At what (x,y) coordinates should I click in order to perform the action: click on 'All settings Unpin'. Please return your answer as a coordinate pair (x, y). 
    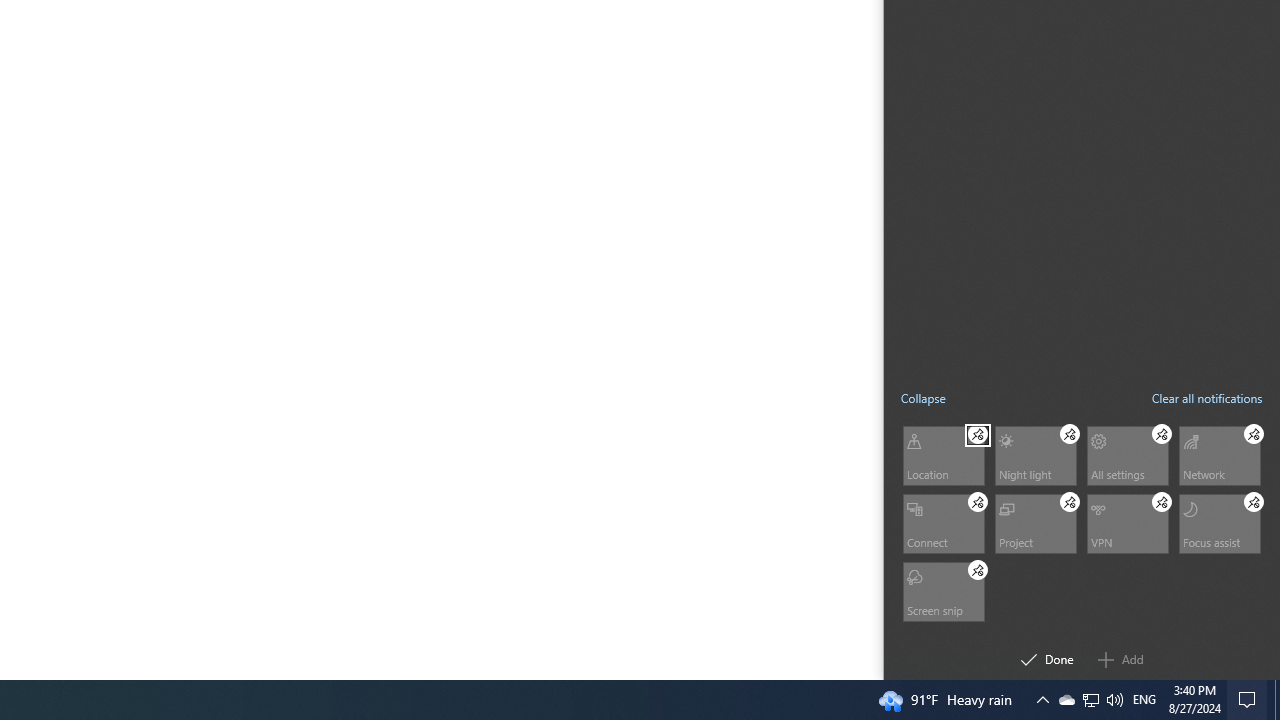
    Looking at the image, I should click on (1162, 433).